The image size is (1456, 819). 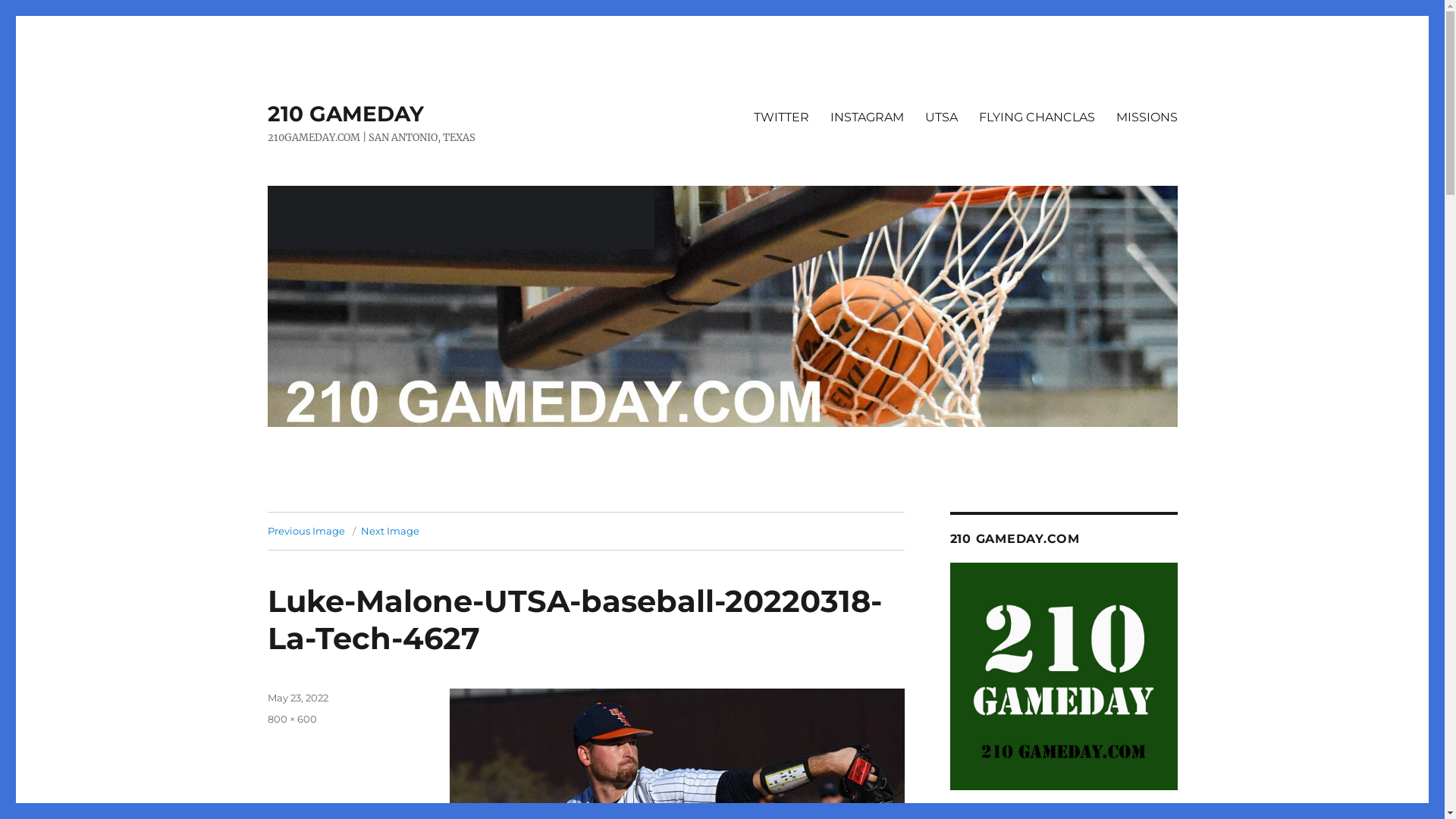 I want to click on 'May 23, 2022', so click(x=266, y=698).